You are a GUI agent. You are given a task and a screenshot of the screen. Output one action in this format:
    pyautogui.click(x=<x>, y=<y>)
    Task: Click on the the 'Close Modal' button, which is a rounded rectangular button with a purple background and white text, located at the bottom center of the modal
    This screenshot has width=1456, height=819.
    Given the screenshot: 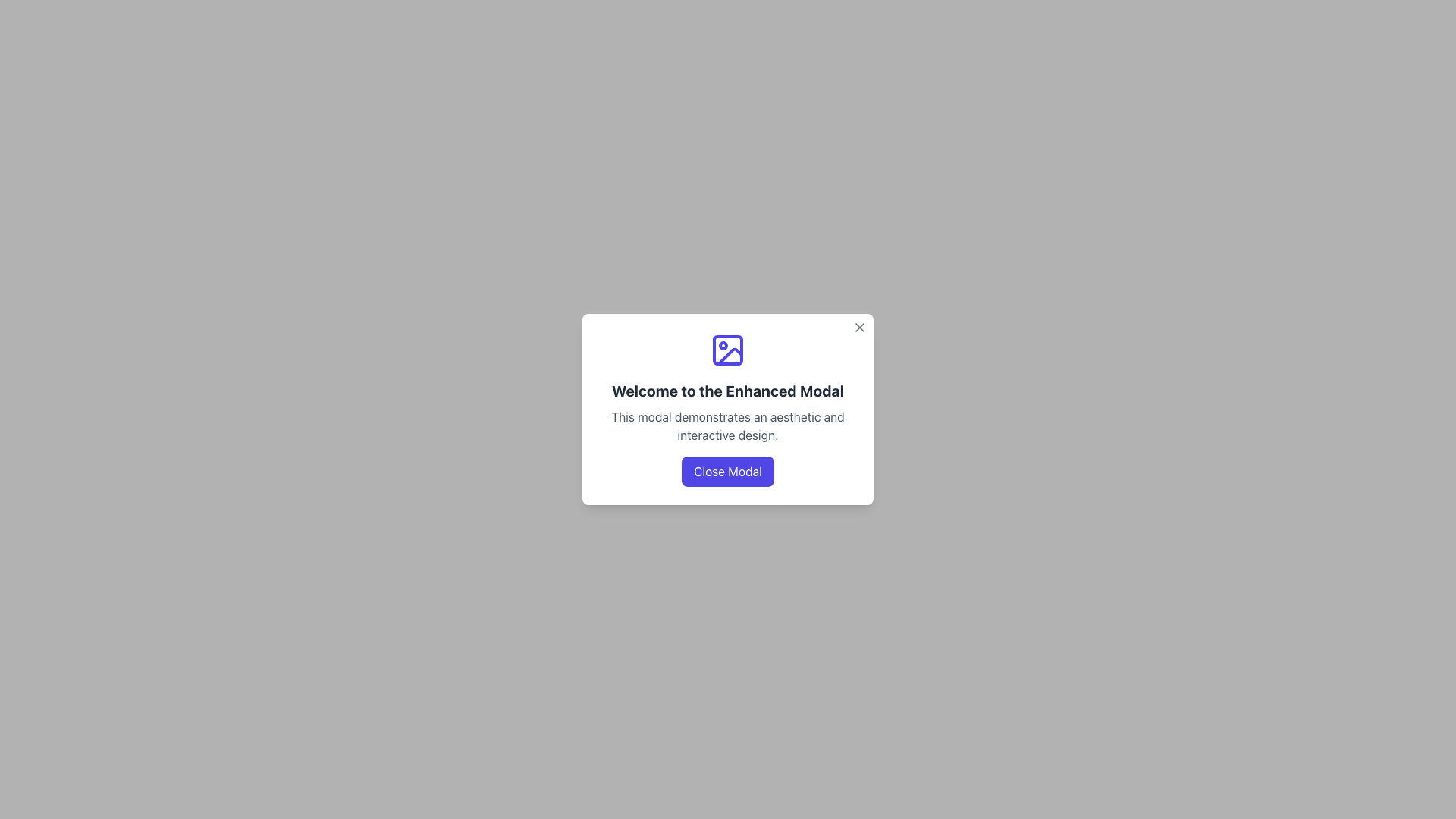 What is the action you would take?
    pyautogui.click(x=728, y=470)
    